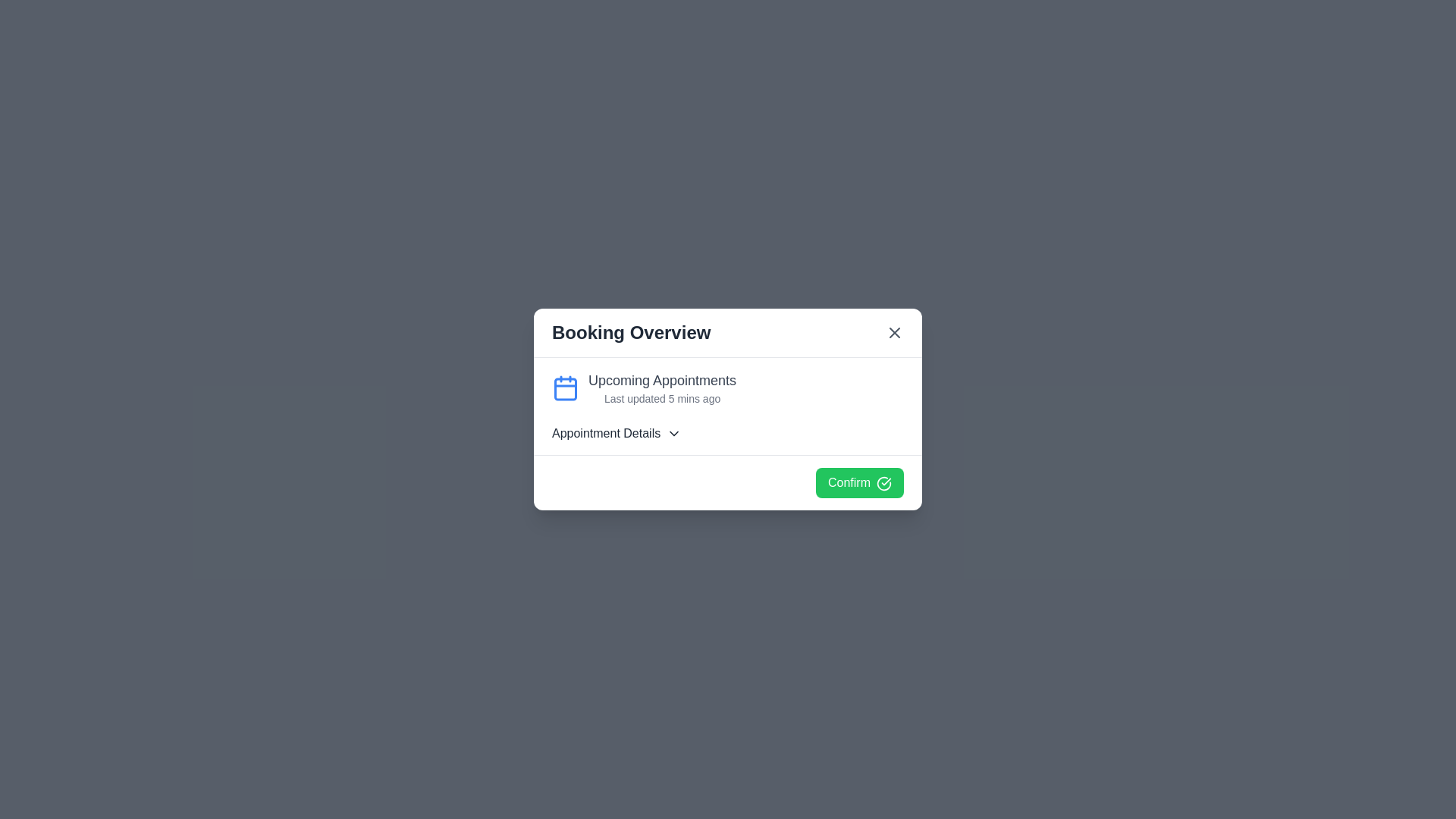 This screenshot has width=1456, height=819. What do you see at coordinates (728, 433) in the screenshot?
I see `the dropdown trigger element located below 'Upcoming Appointments'` at bounding box center [728, 433].